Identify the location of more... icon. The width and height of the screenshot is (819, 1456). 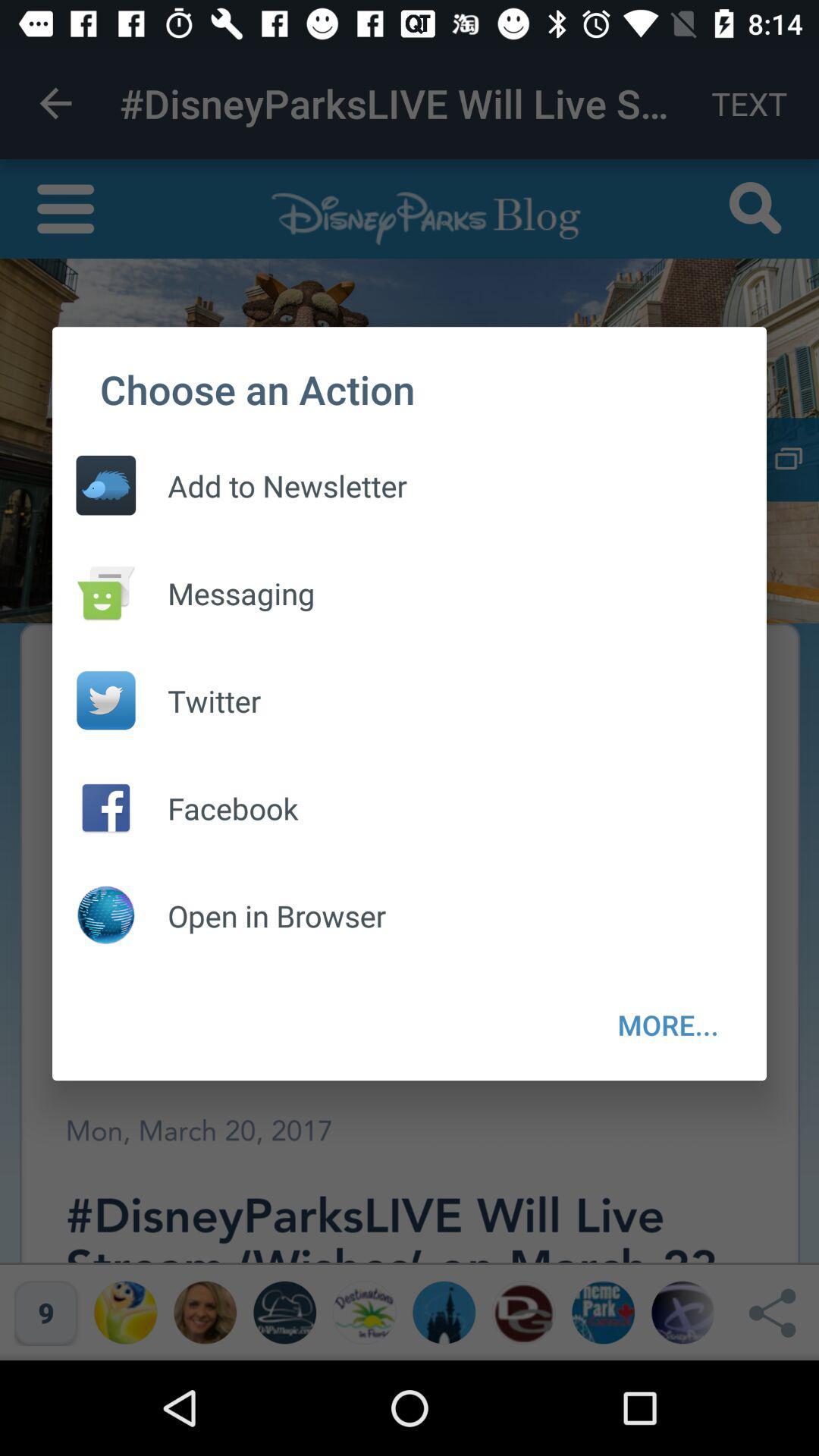
(667, 1025).